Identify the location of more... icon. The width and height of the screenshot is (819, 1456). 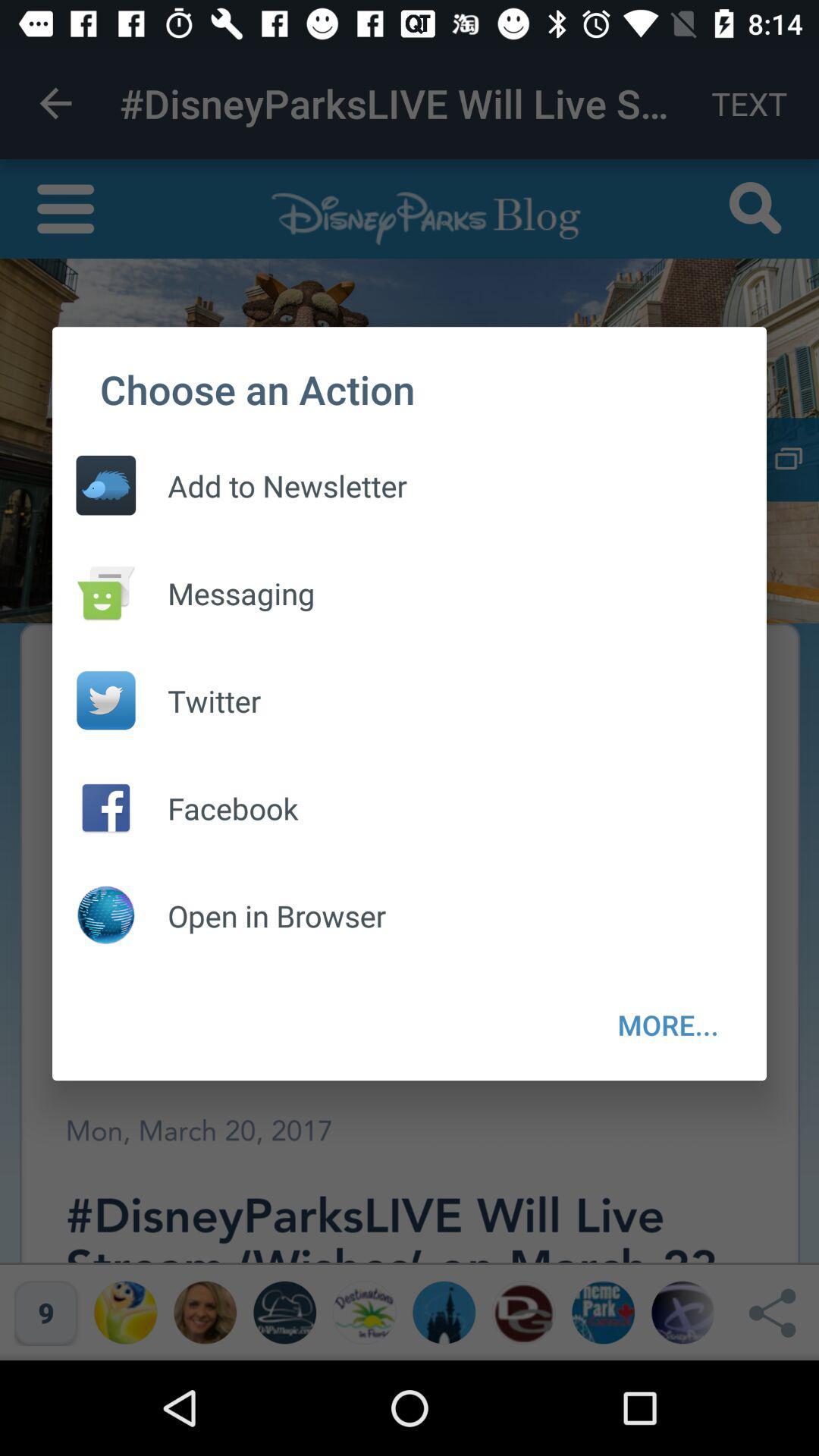
(667, 1025).